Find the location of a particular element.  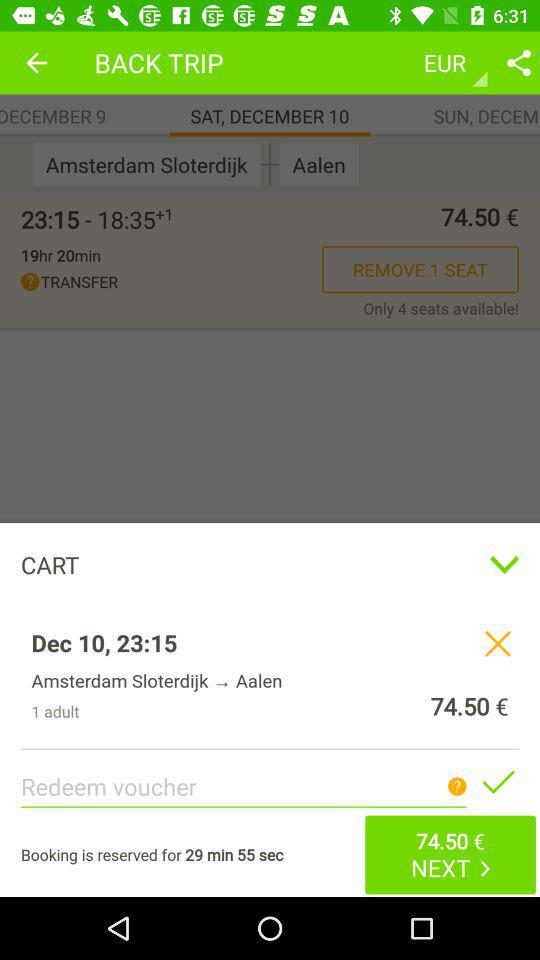

transfer icon is located at coordinates (171, 281).